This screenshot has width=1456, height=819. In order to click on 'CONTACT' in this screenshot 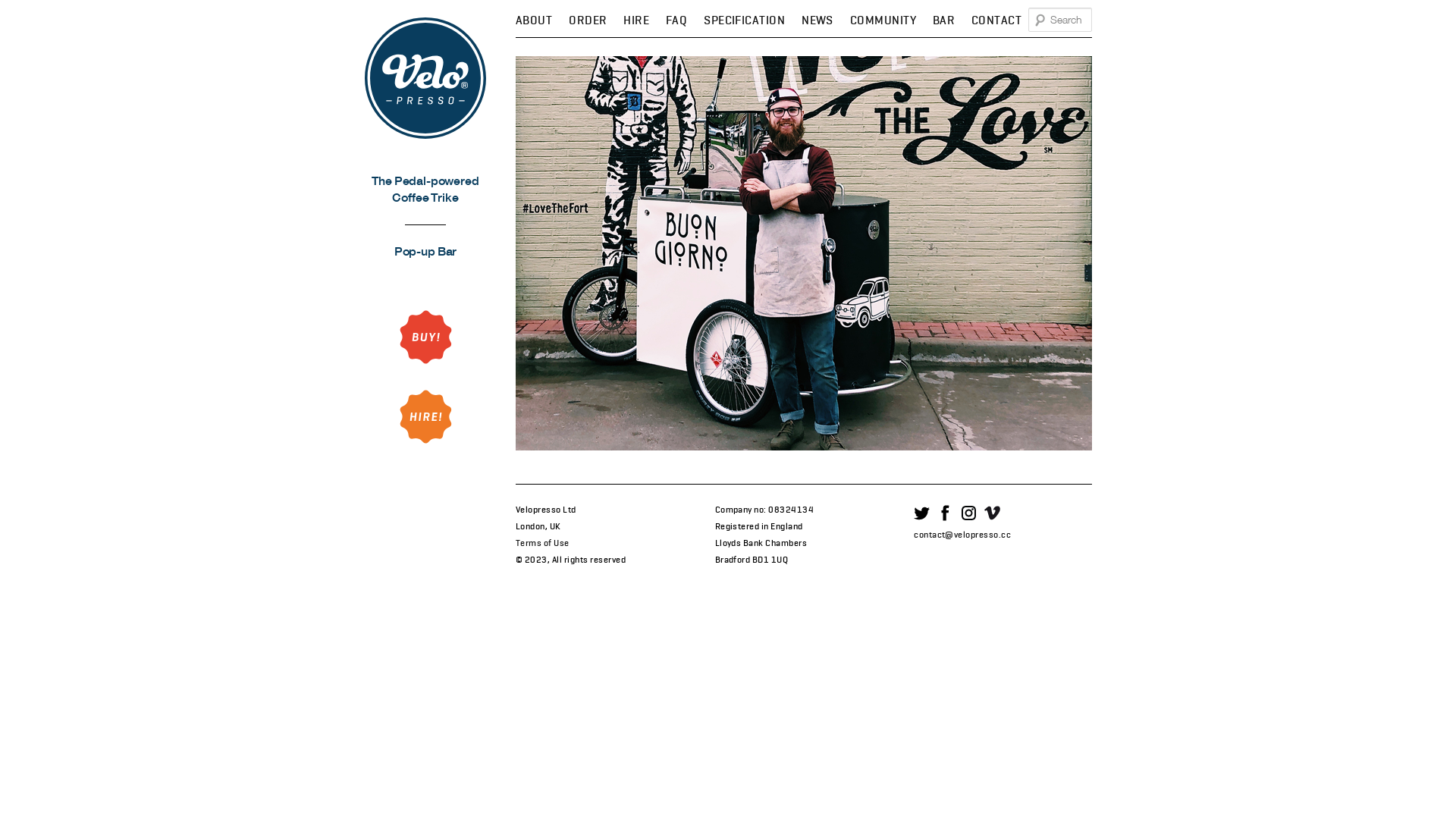, I will do `click(1004, 20)`.